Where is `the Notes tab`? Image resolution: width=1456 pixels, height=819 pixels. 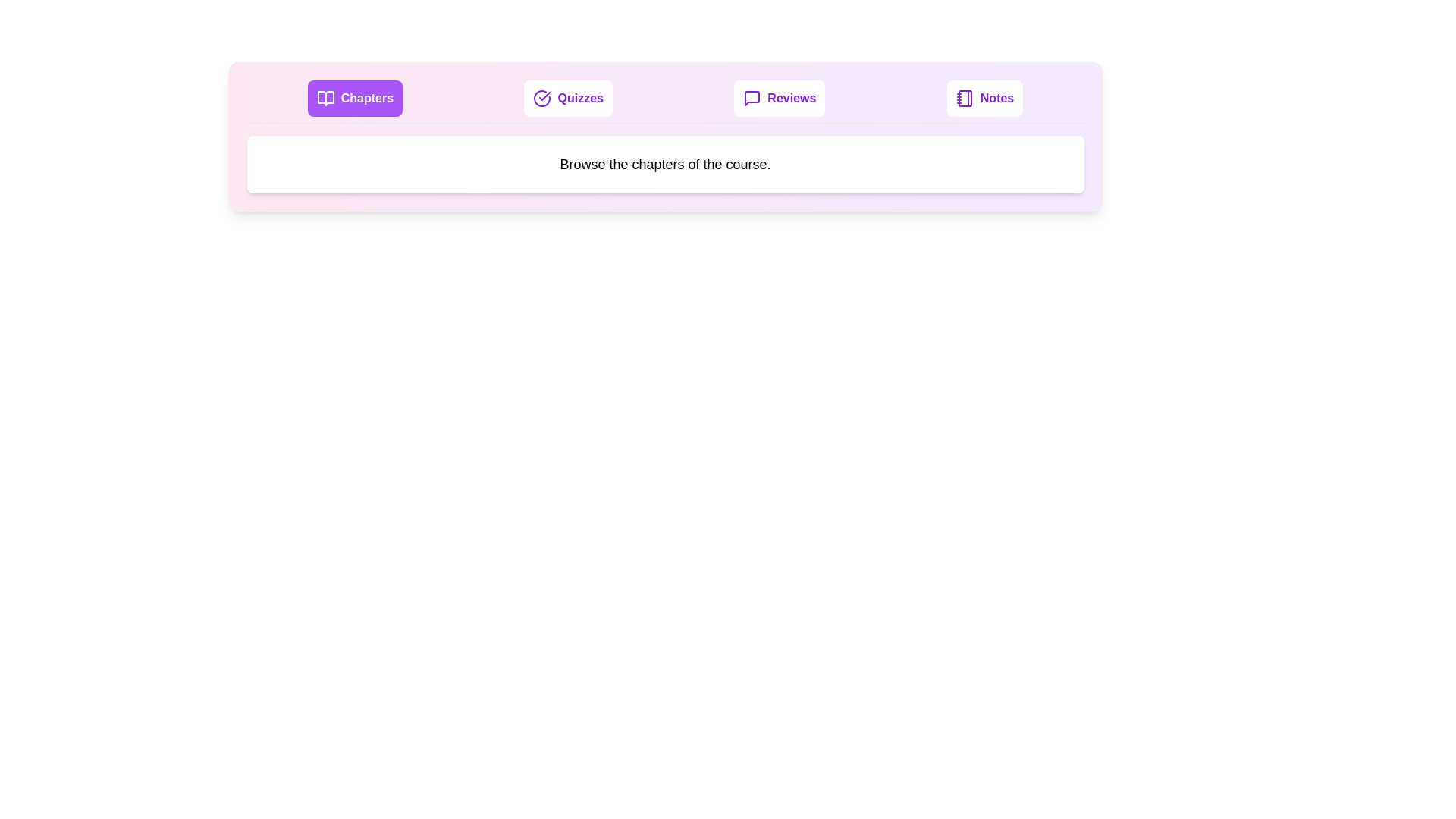
the Notes tab is located at coordinates (985, 99).